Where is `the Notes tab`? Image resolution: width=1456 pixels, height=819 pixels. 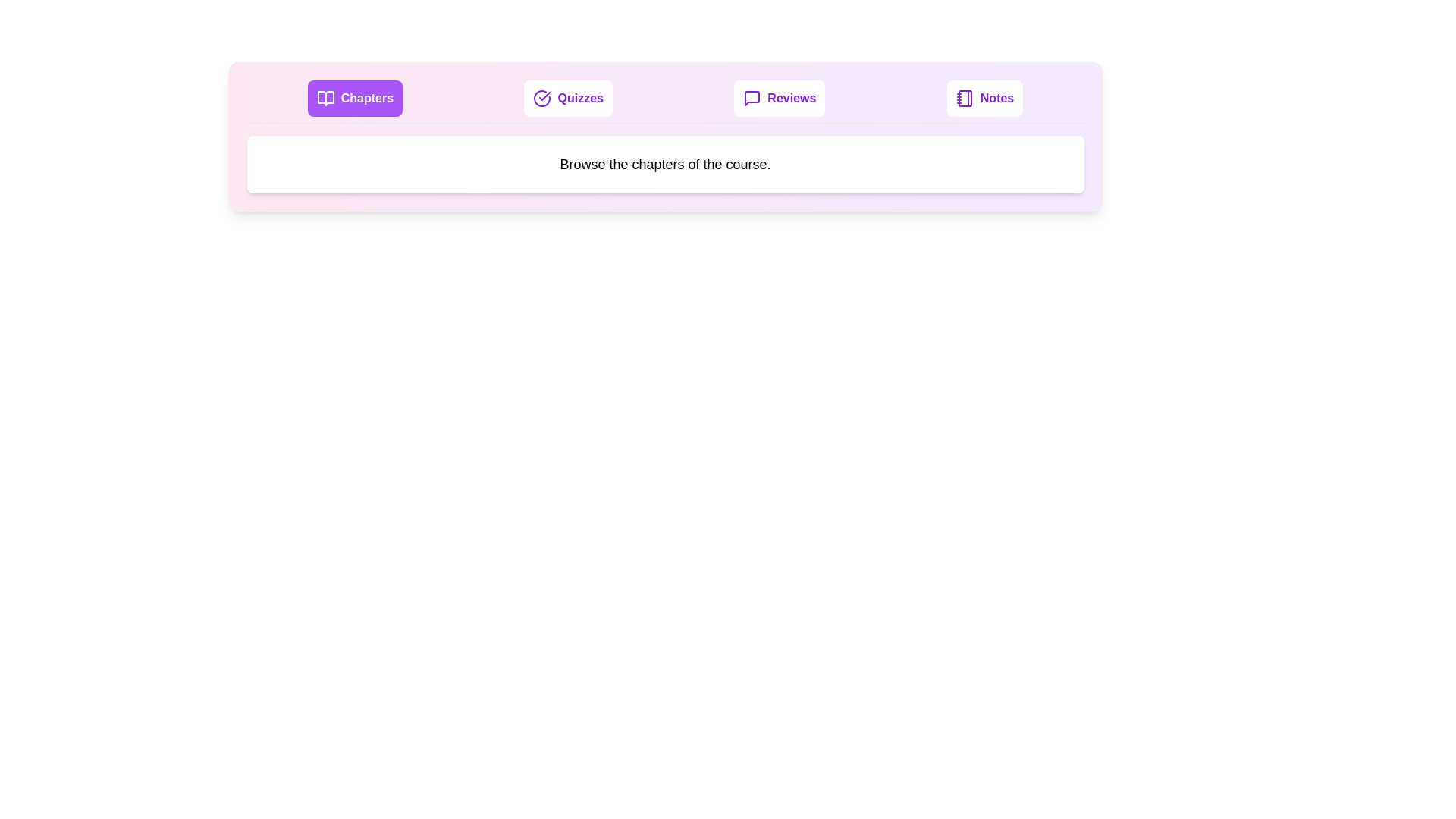
the Notes tab is located at coordinates (985, 99).